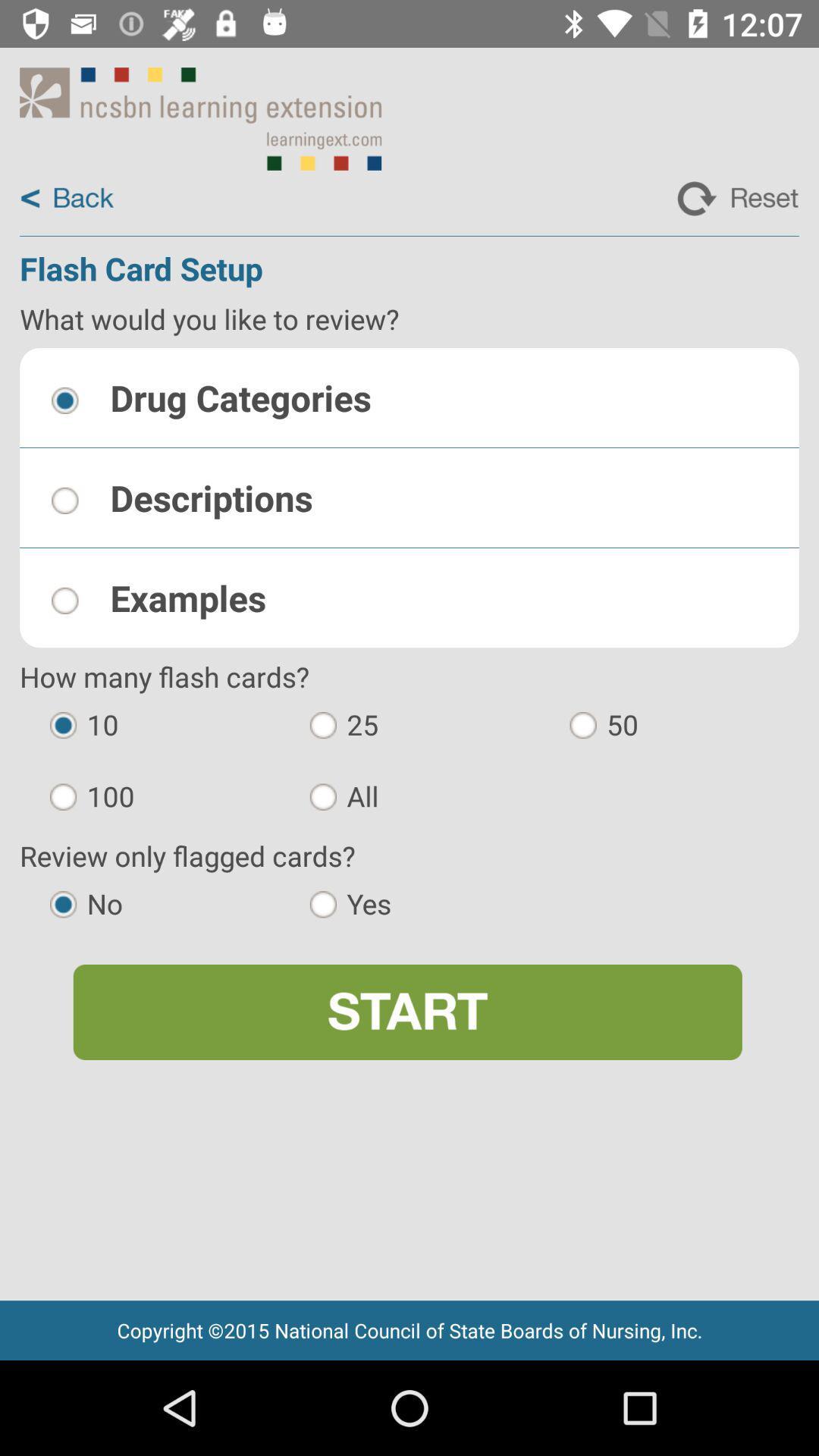 Image resolution: width=819 pixels, height=1456 pixels. I want to click on reset flash card setup, so click(737, 198).